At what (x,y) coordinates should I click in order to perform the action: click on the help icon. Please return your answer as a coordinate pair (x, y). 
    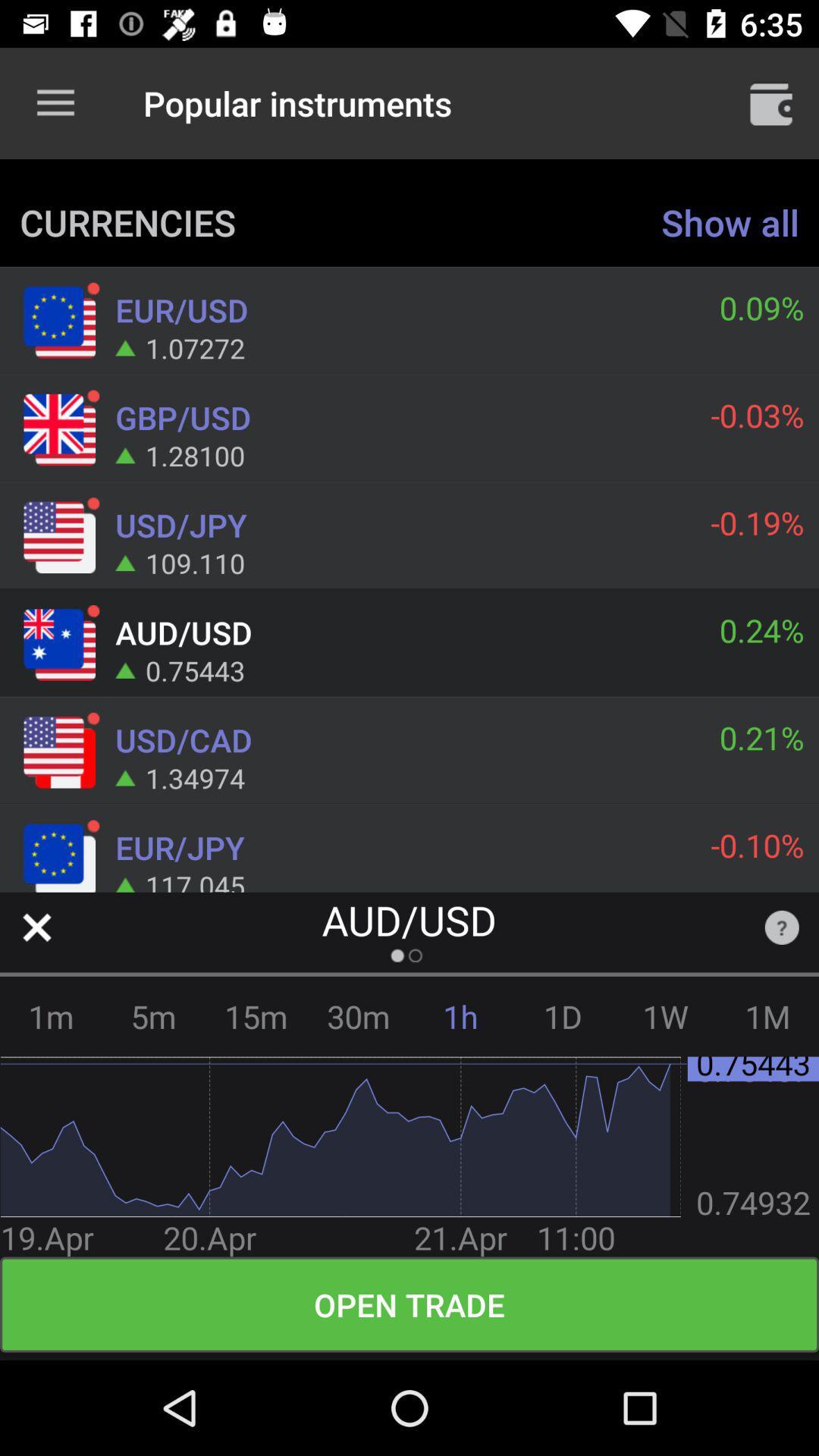
    Looking at the image, I should click on (782, 927).